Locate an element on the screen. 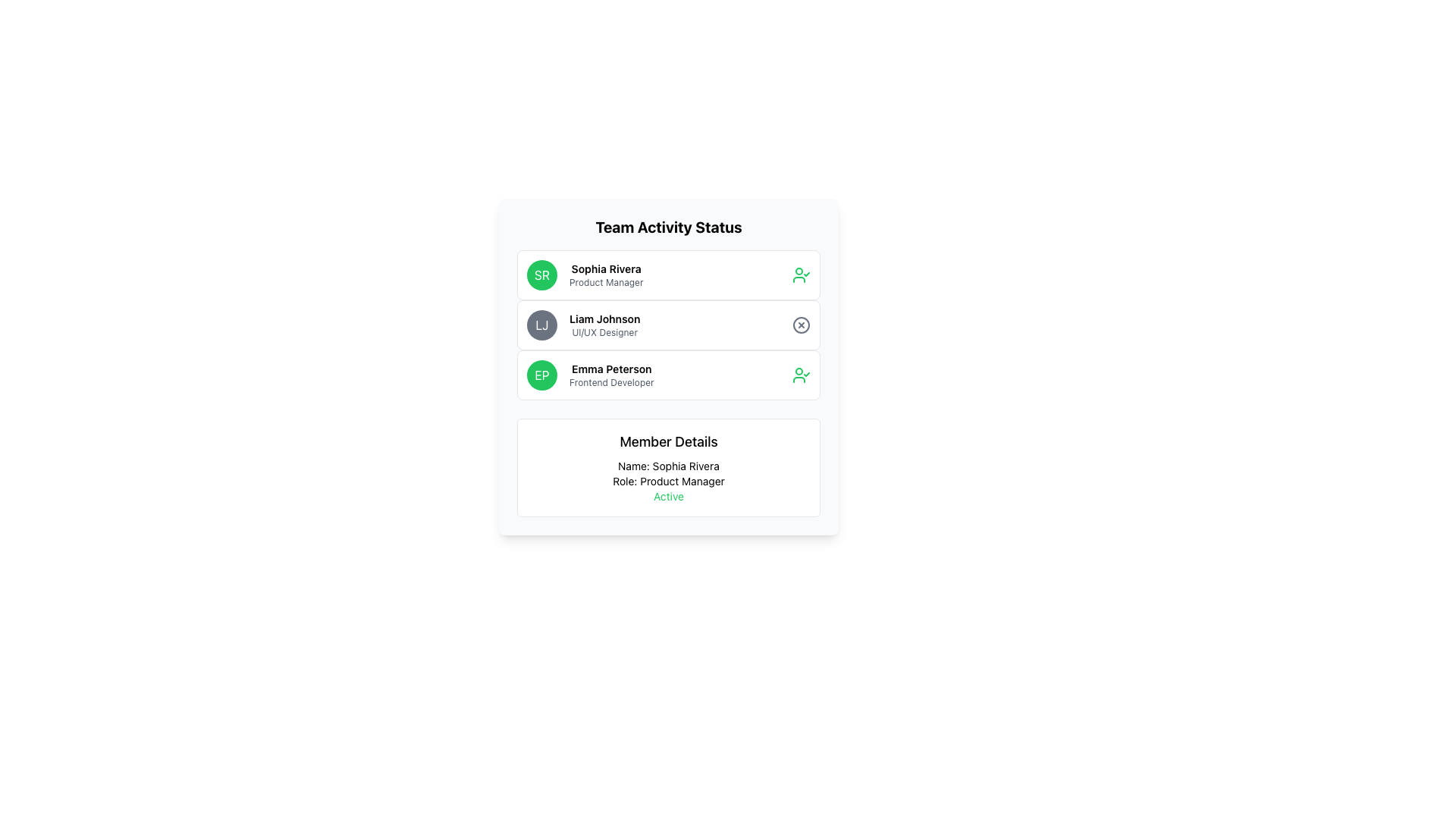 This screenshot has width=1456, height=819. the static text label displaying 'Sophia Rivera' which identifies the individual in the team list is located at coordinates (605, 268).